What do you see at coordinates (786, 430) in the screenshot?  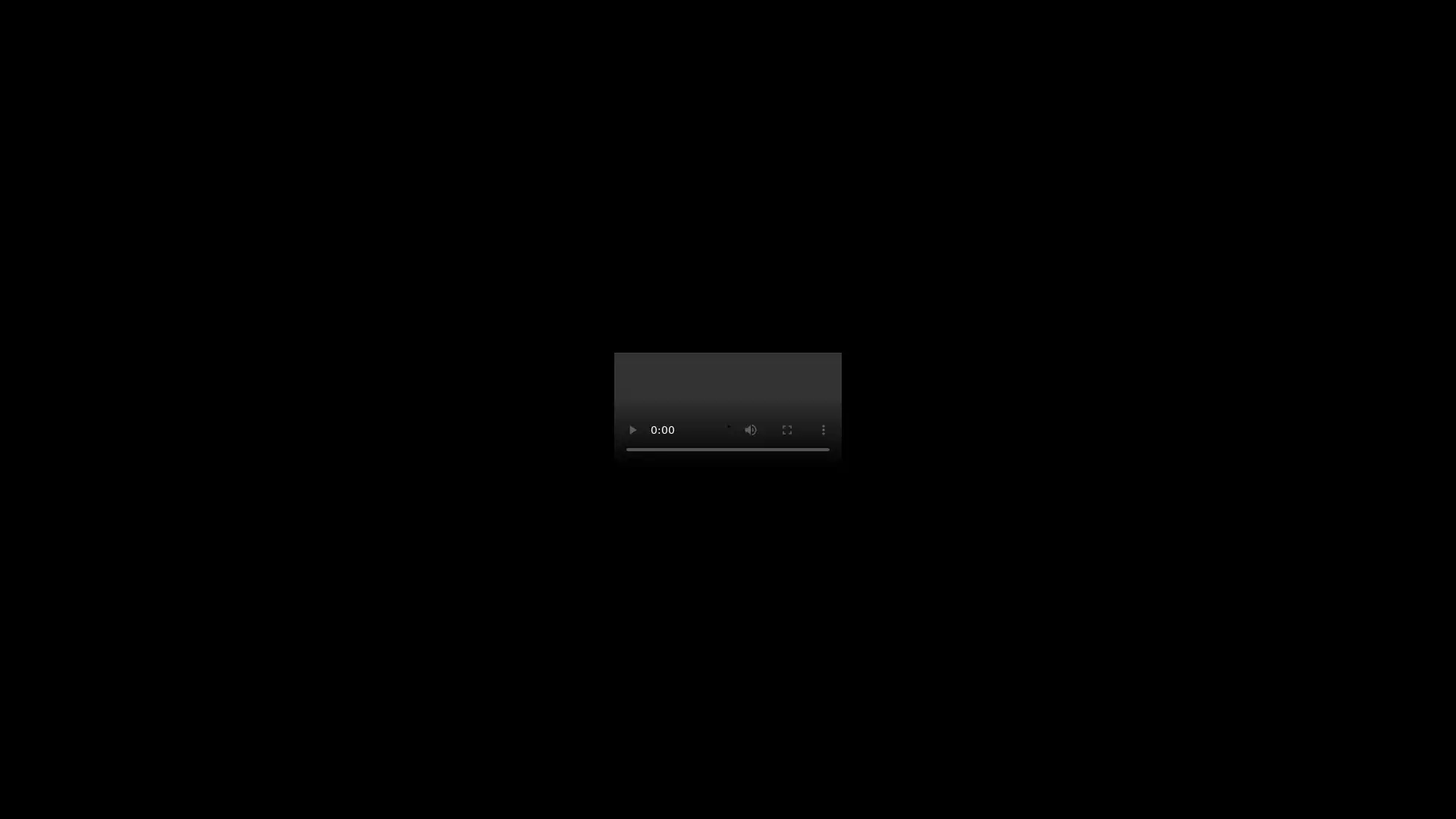 I see `enter full screen` at bounding box center [786, 430].